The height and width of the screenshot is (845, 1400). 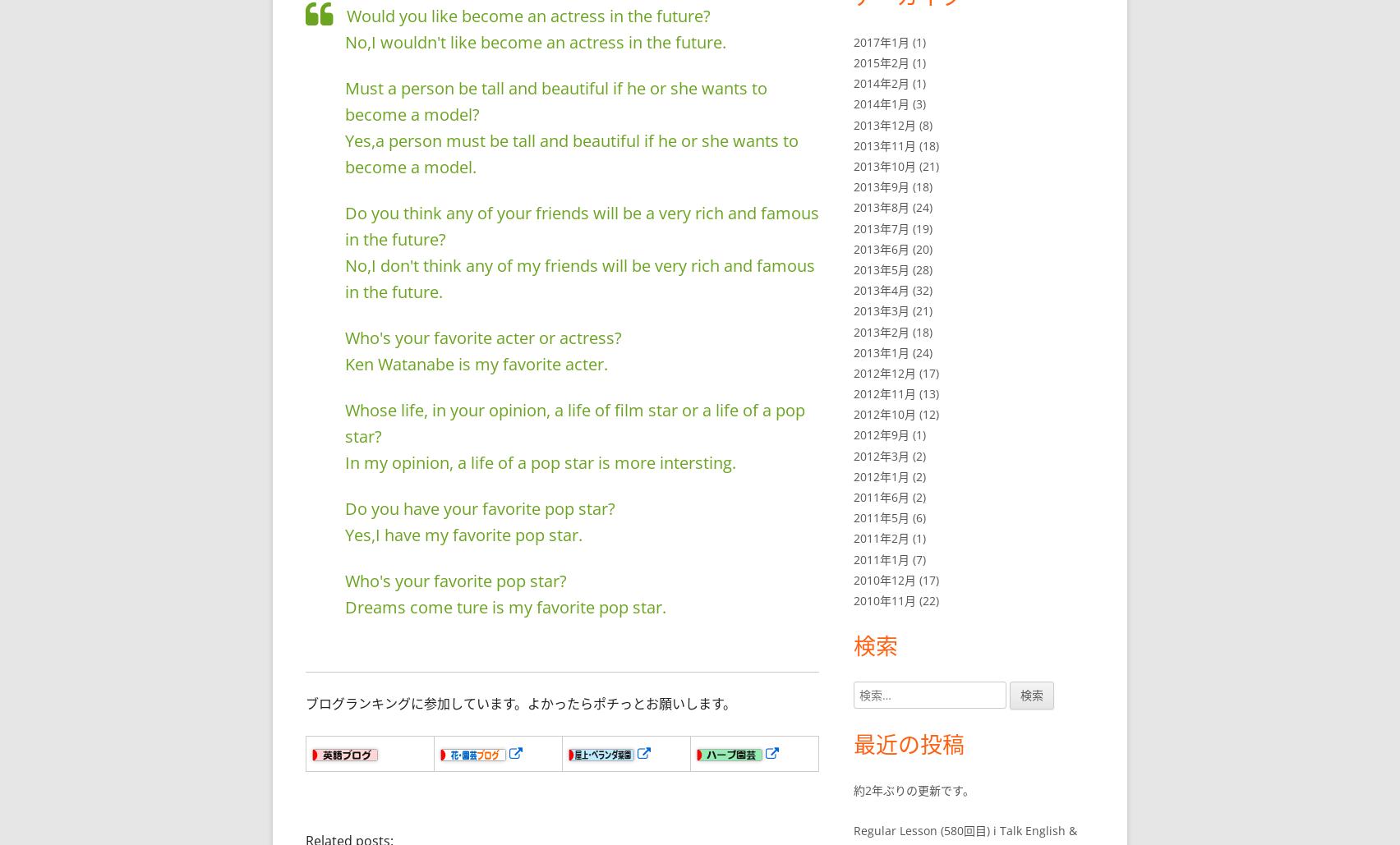 I want to click on '2017年1月', so click(x=881, y=41).